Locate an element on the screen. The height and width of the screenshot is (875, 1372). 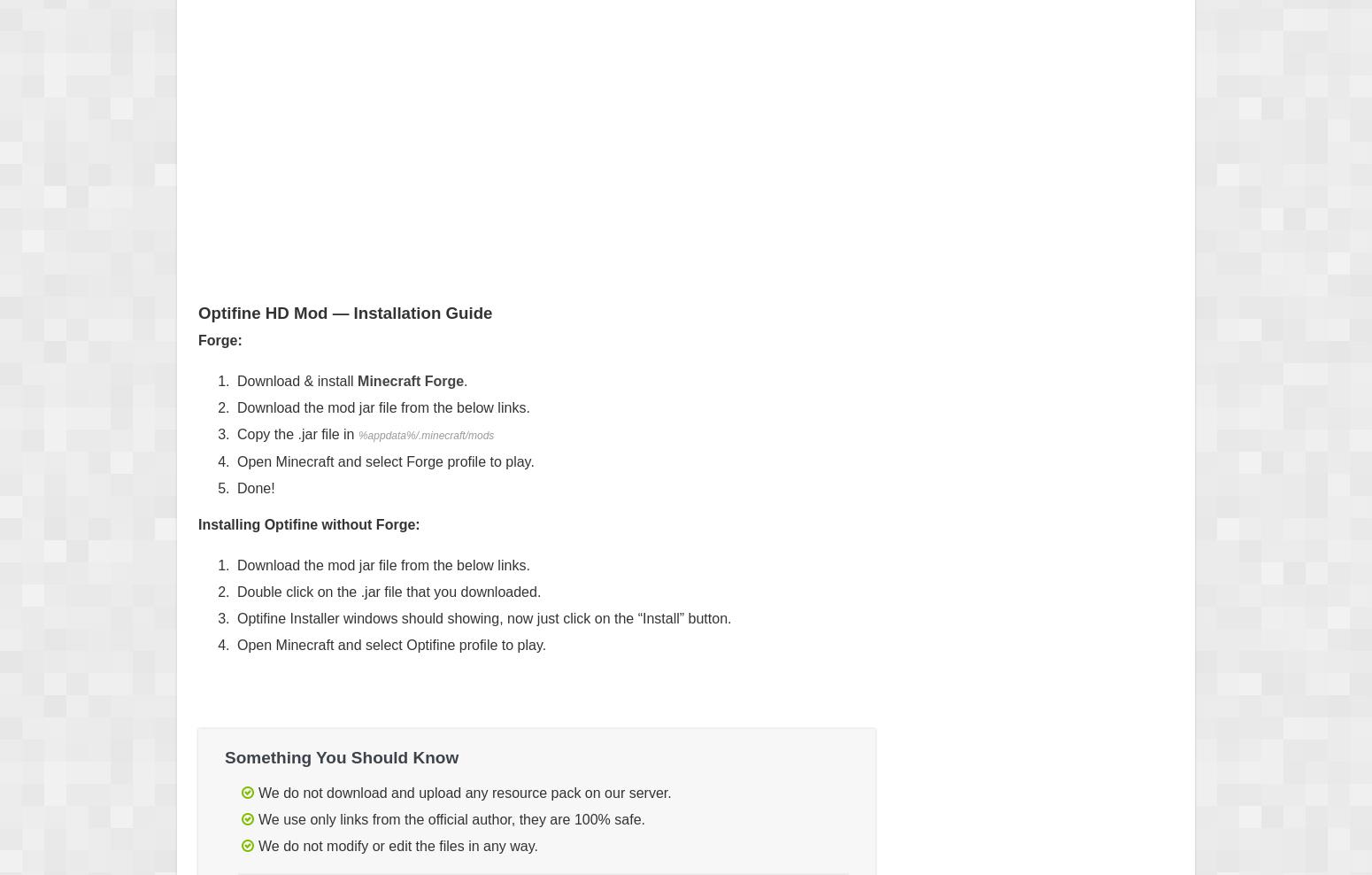
'Double click on the .jar file that you downloaded.' is located at coordinates (389, 591).